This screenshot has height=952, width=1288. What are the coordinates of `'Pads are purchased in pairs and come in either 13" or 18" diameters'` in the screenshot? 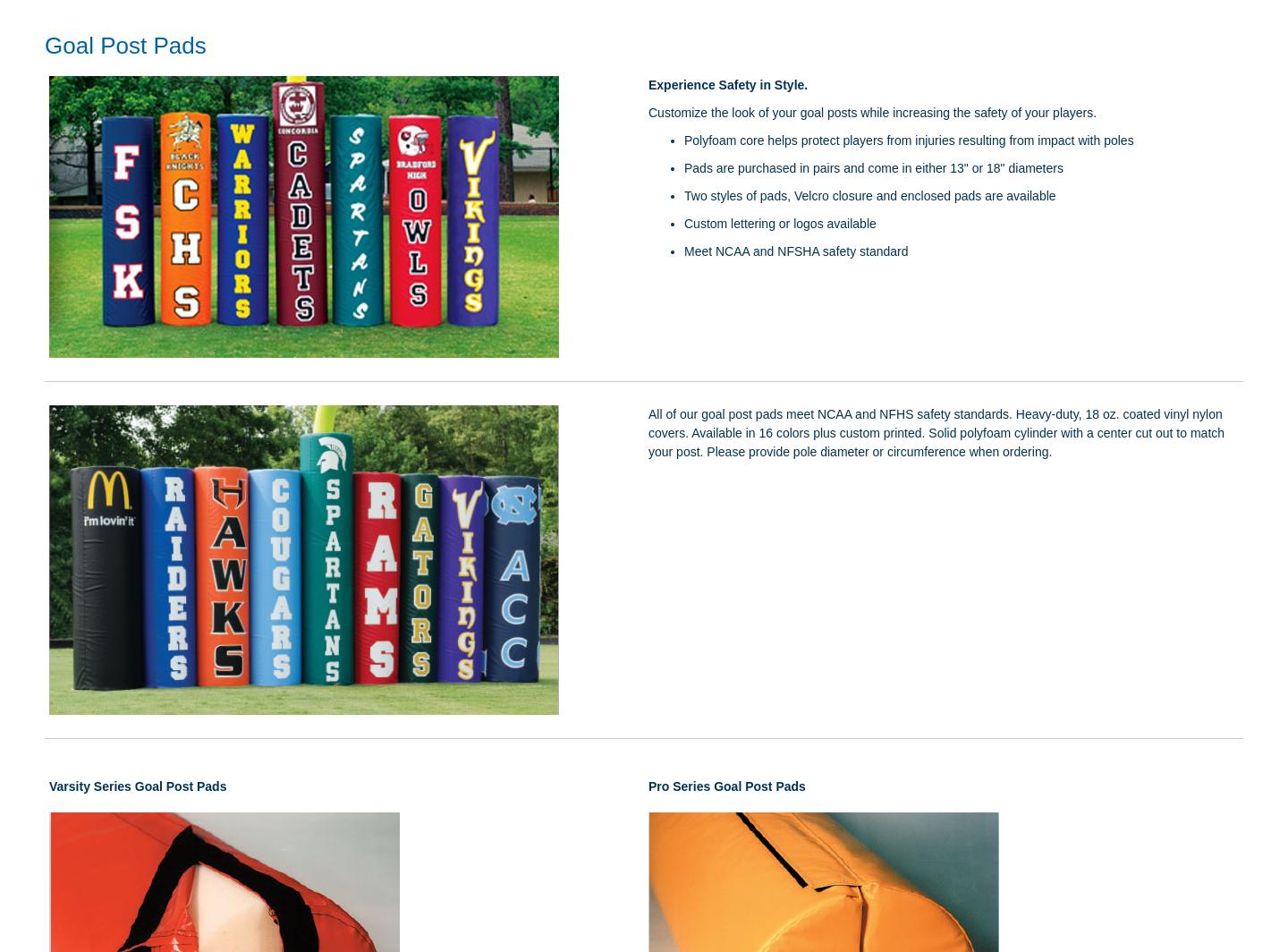 It's located at (872, 168).